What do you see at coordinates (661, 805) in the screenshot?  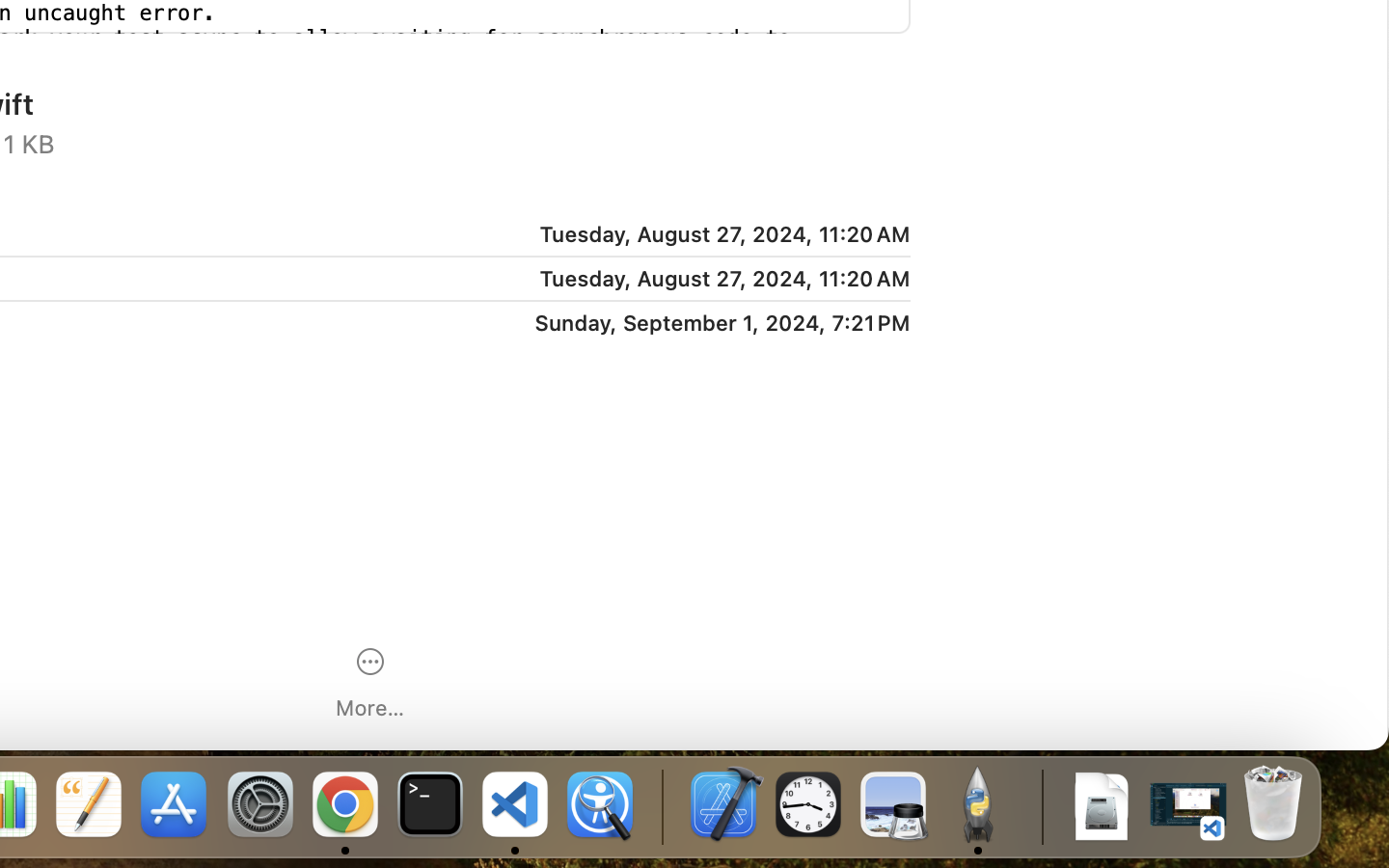 I see `'0.4285714328289032'` at bounding box center [661, 805].